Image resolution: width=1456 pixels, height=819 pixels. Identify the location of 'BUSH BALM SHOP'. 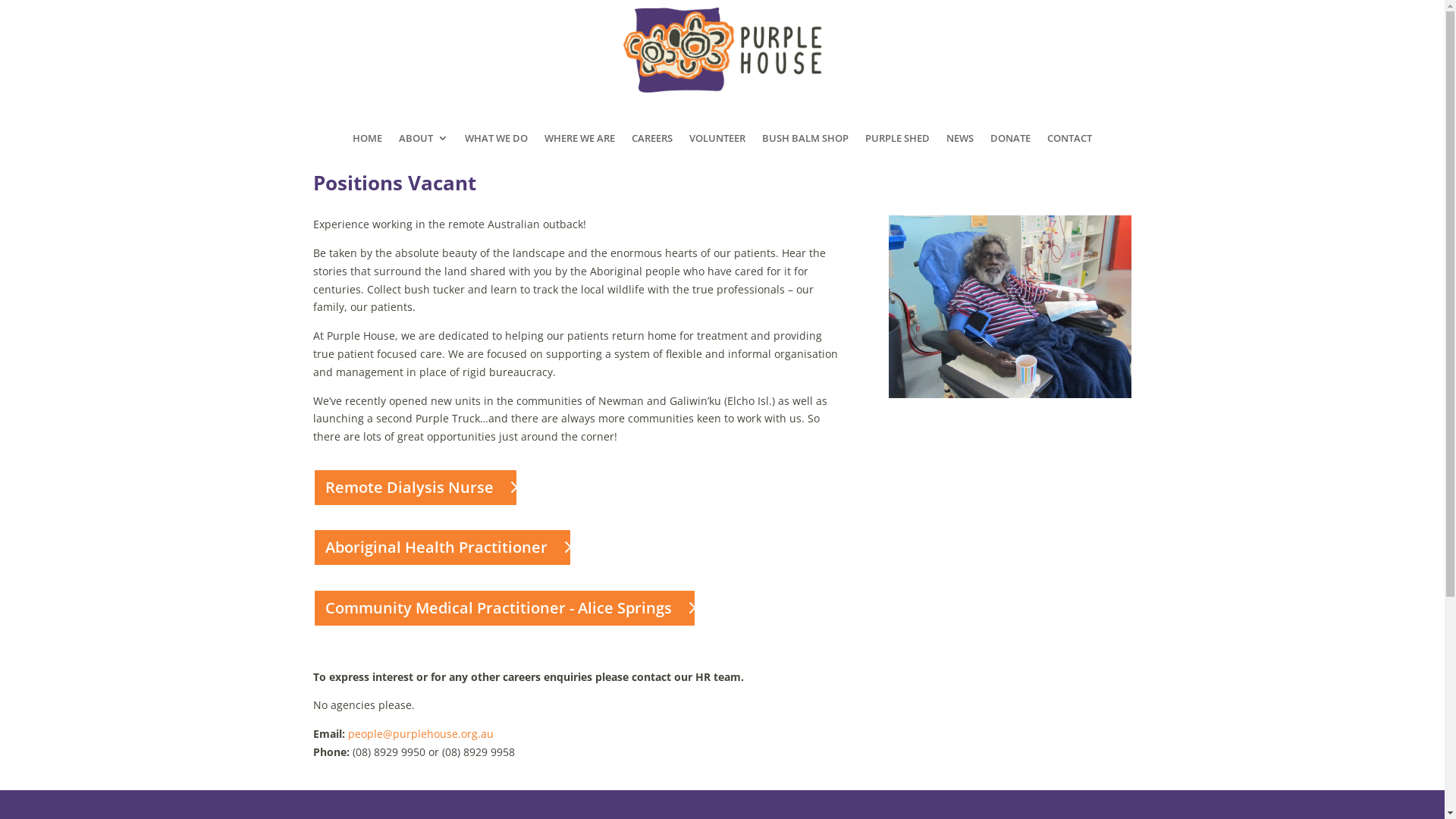
(804, 149).